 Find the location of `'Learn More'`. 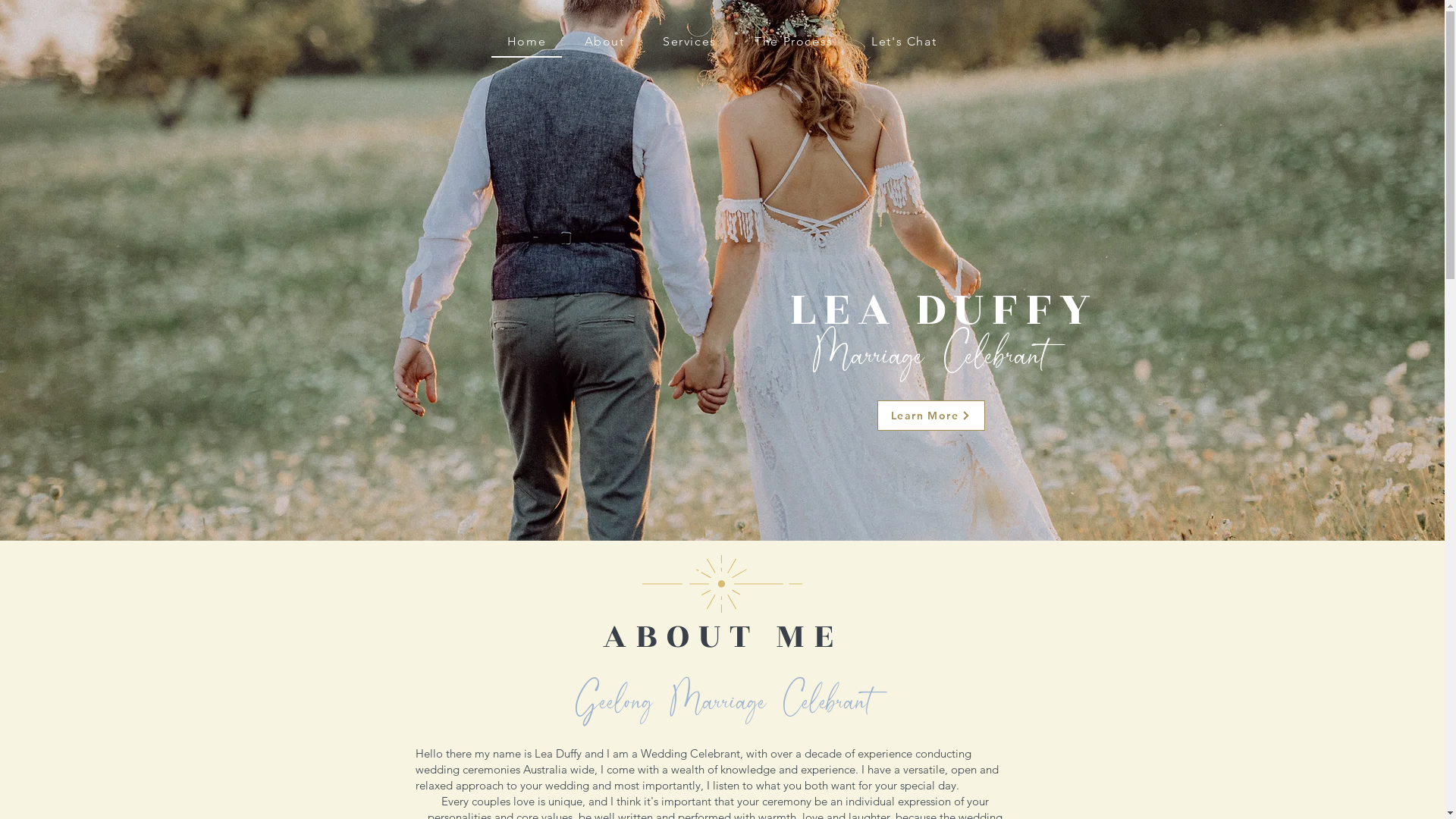

'Learn More' is located at coordinates (930, 415).